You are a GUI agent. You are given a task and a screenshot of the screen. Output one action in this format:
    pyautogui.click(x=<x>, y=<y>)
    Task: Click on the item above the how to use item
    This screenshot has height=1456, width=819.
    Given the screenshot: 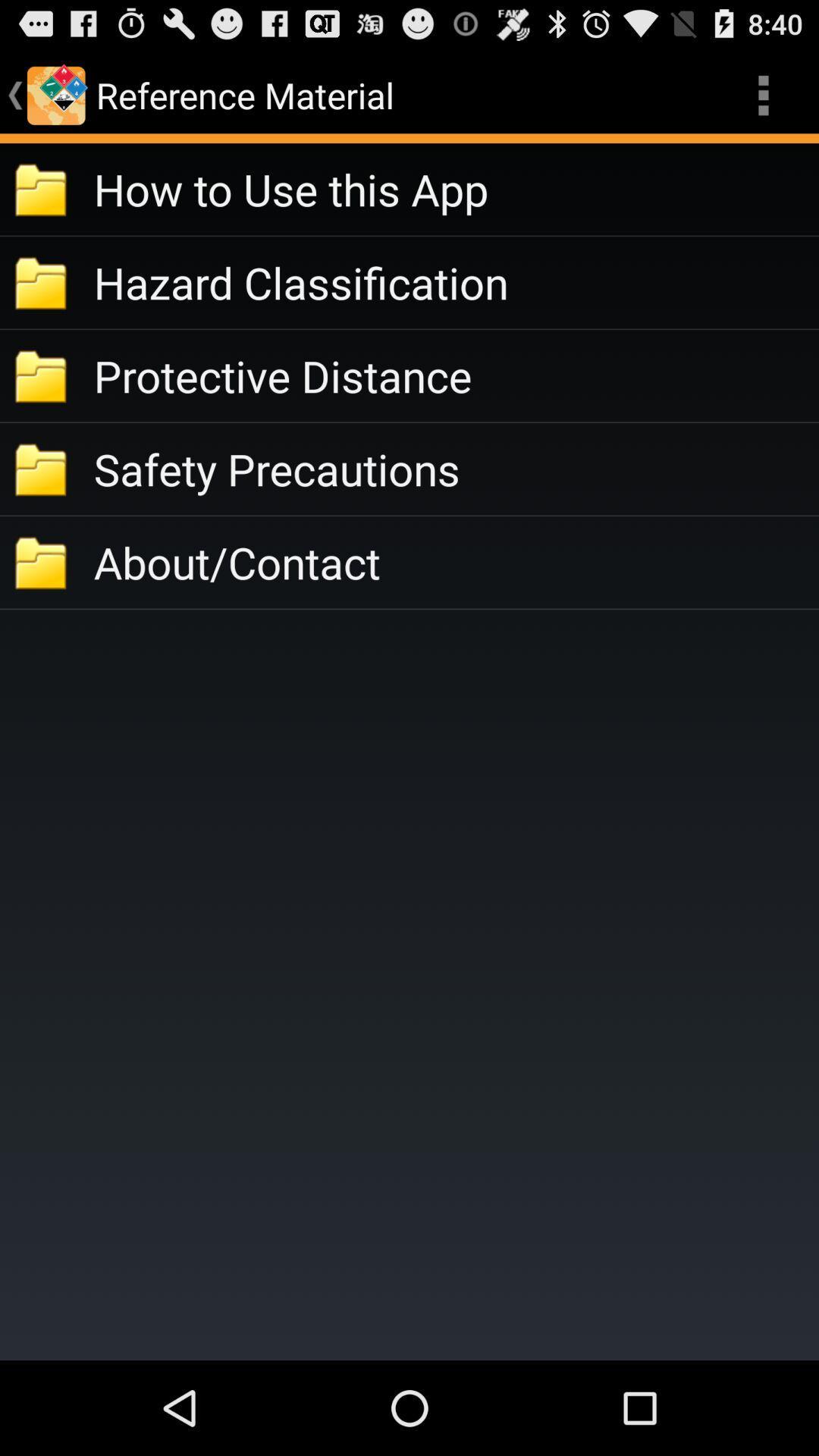 What is the action you would take?
    pyautogui.click(x=763, y=94)
    